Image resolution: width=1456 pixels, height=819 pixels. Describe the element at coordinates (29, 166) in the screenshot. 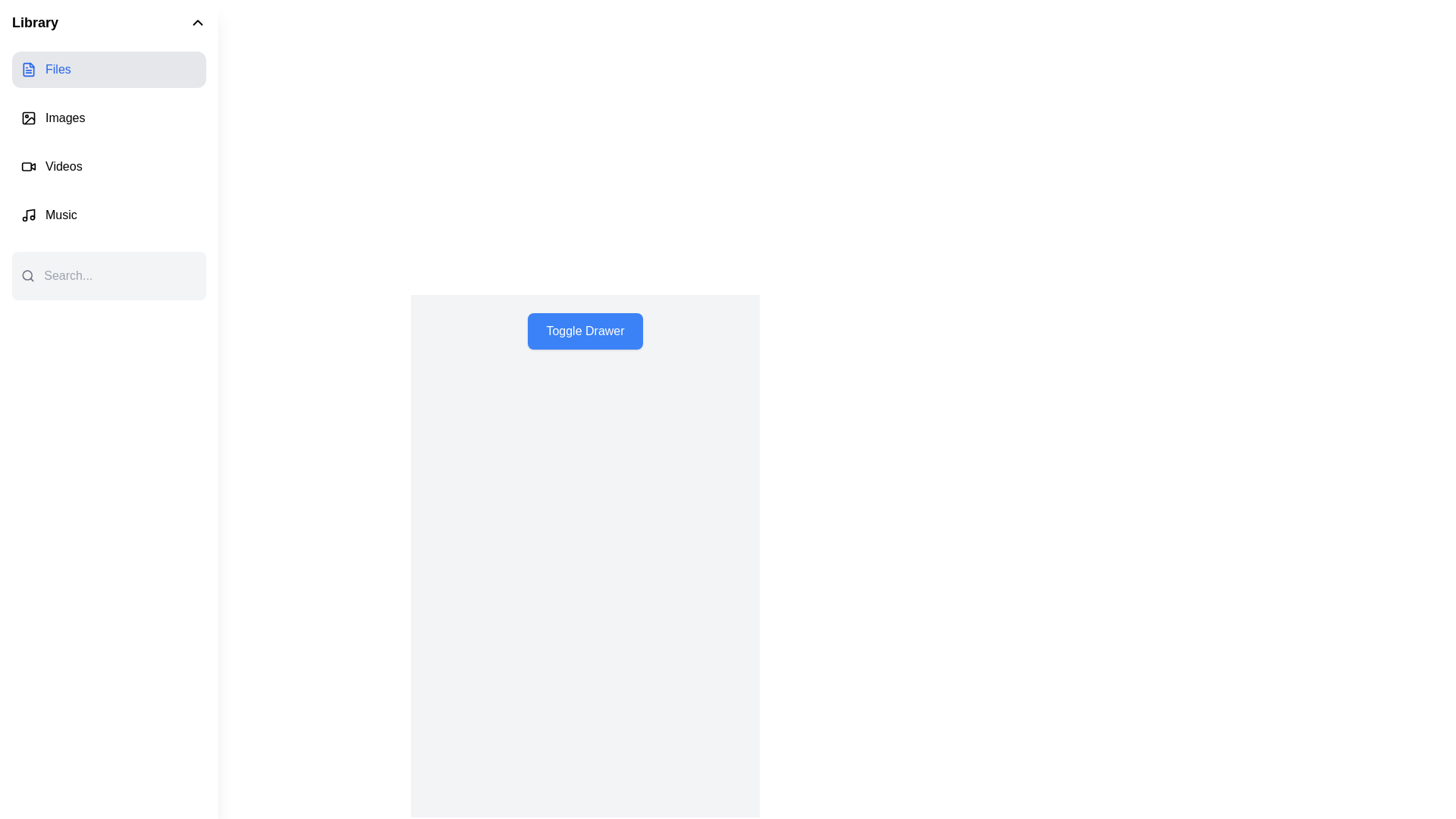

I see `the video icon located in the vertical menu on the left side of the interface, positioned below the 'Images' icon and above the 'Music' icon` at that location.